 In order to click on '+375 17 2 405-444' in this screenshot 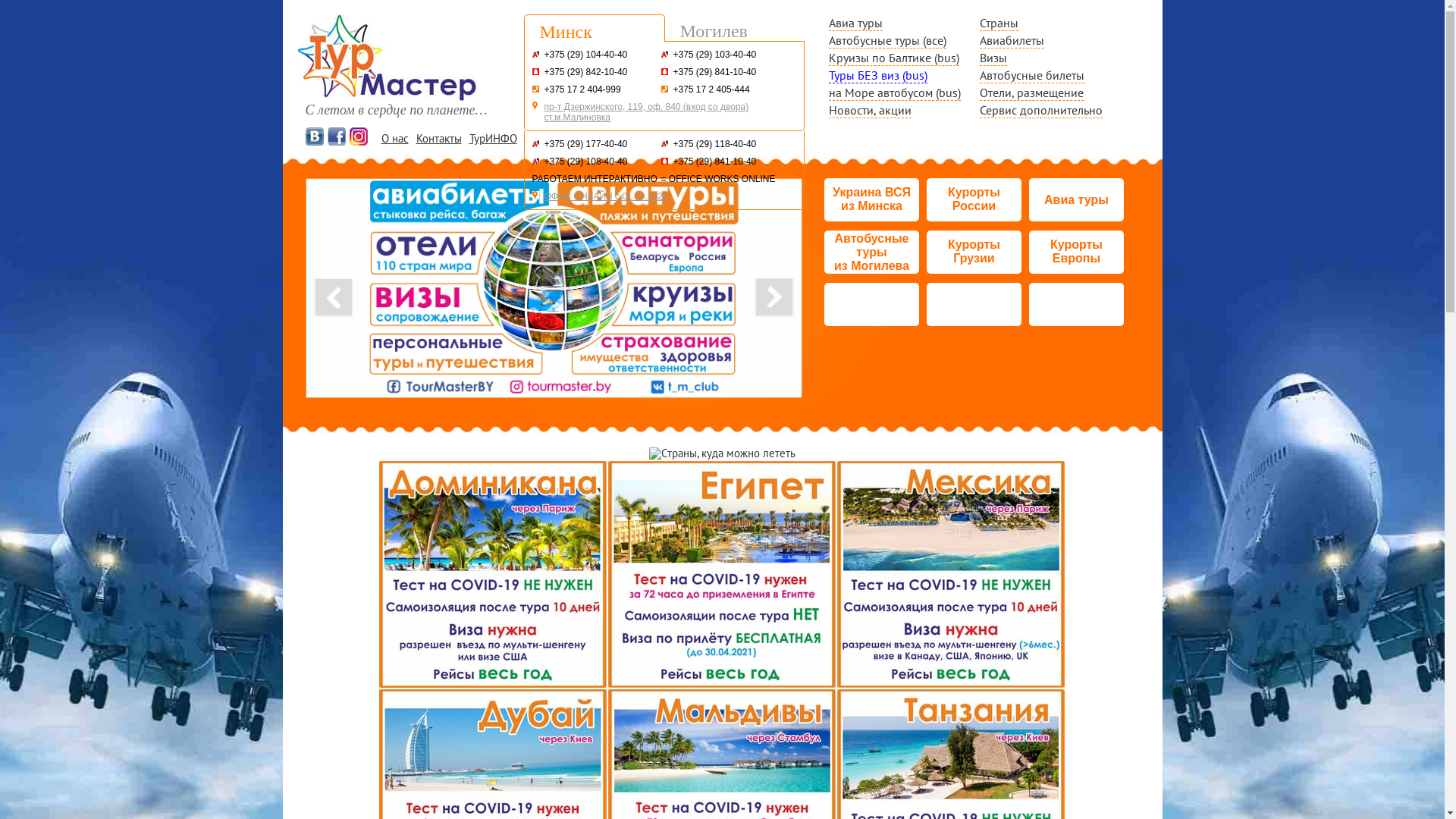, I will do `click(711, 89)`.